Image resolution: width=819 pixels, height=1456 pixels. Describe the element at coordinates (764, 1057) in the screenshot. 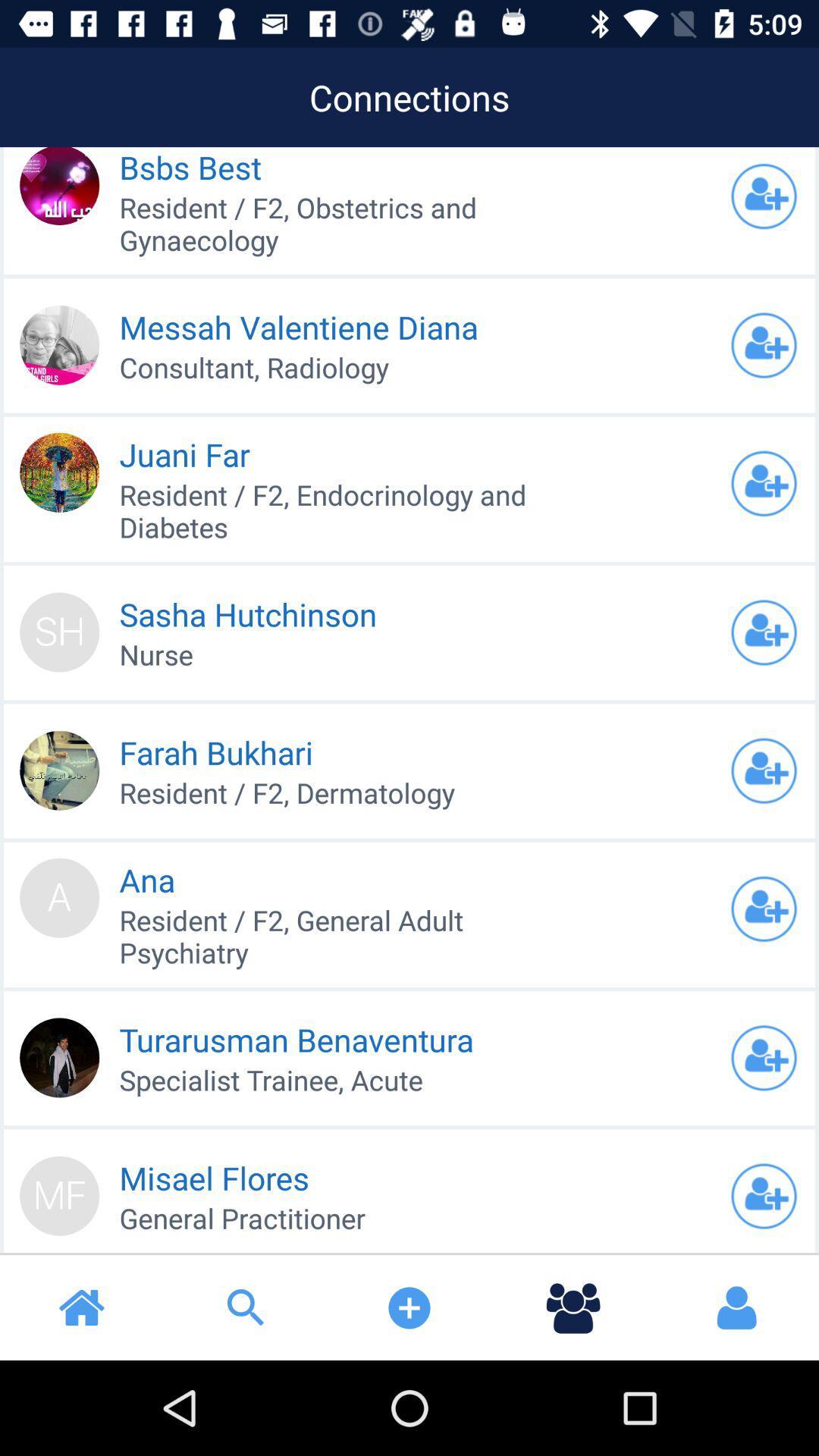

I see `person` at that location.